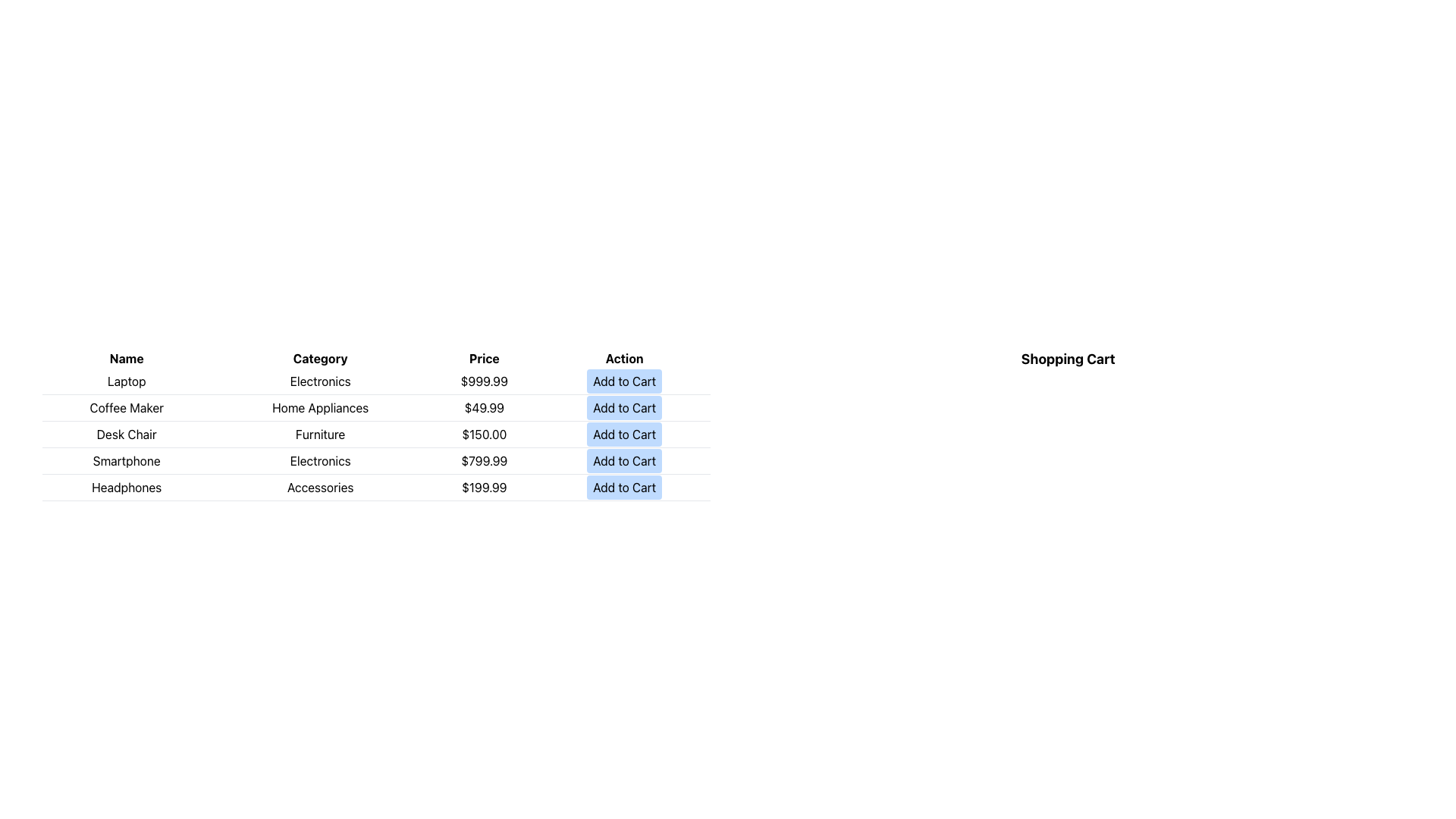 This screenshot has width=1456, height=819. I want to click on the Text Label indicating the category of the last row item's product, which is 'Headphones', located in the last row of the table under the 'Category' column, so click(319, 488).